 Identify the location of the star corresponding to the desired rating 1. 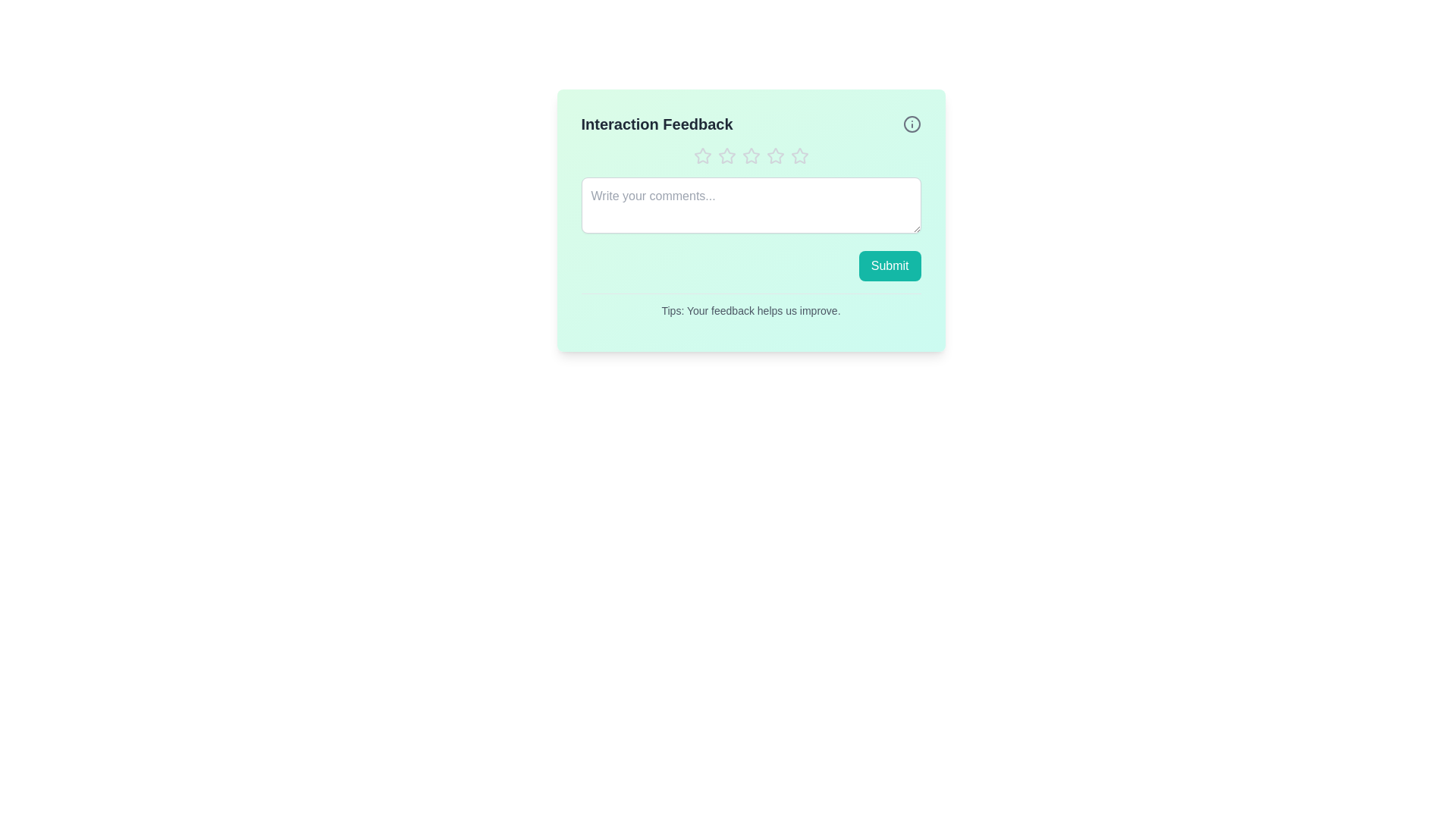
(701, 155).